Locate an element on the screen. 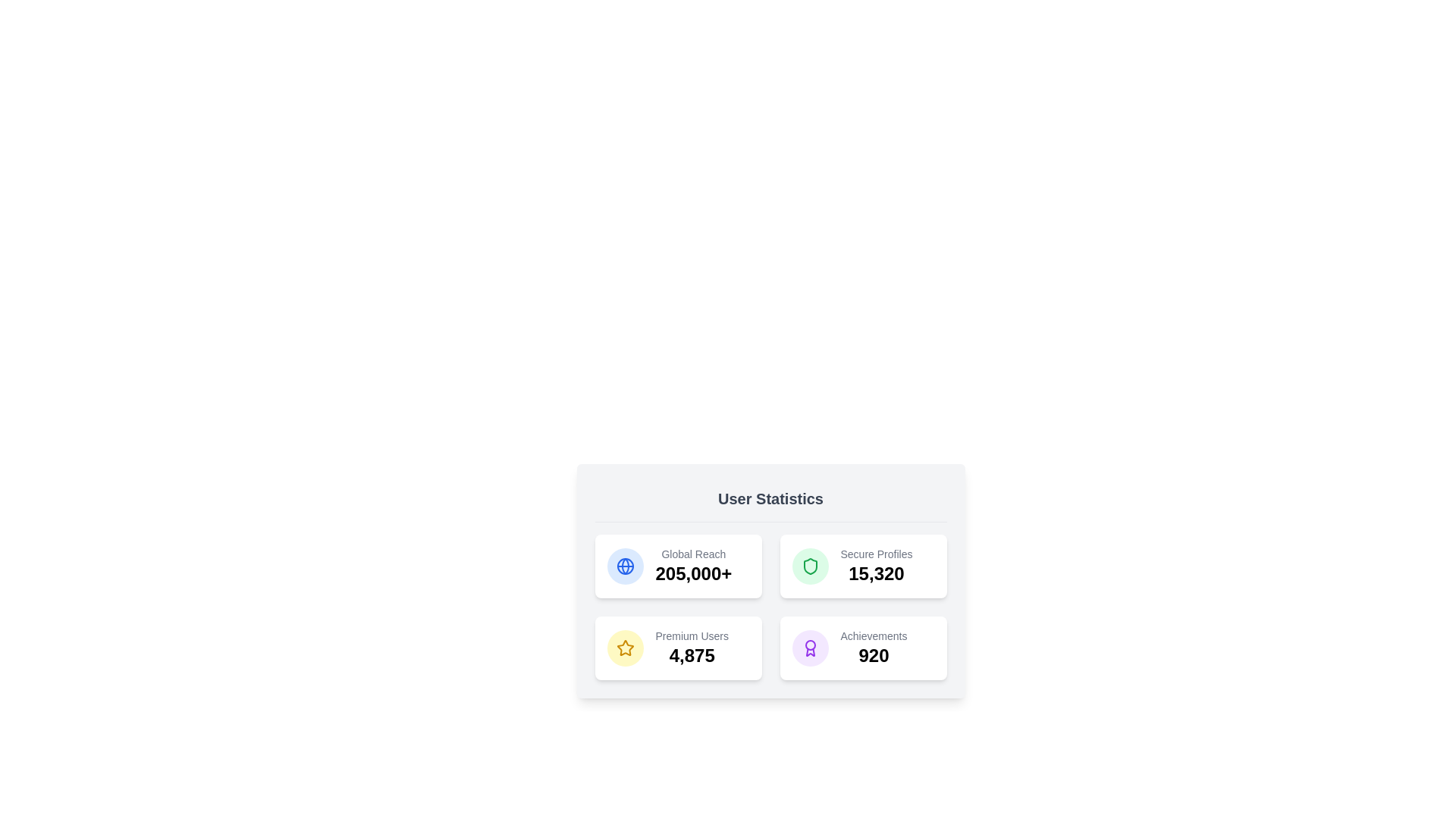  descriptive label text indicating the total count of premium users, located above the number '4,875' in the lower left quadrant of the dashboard card layout is located at coordinates (691, 636).